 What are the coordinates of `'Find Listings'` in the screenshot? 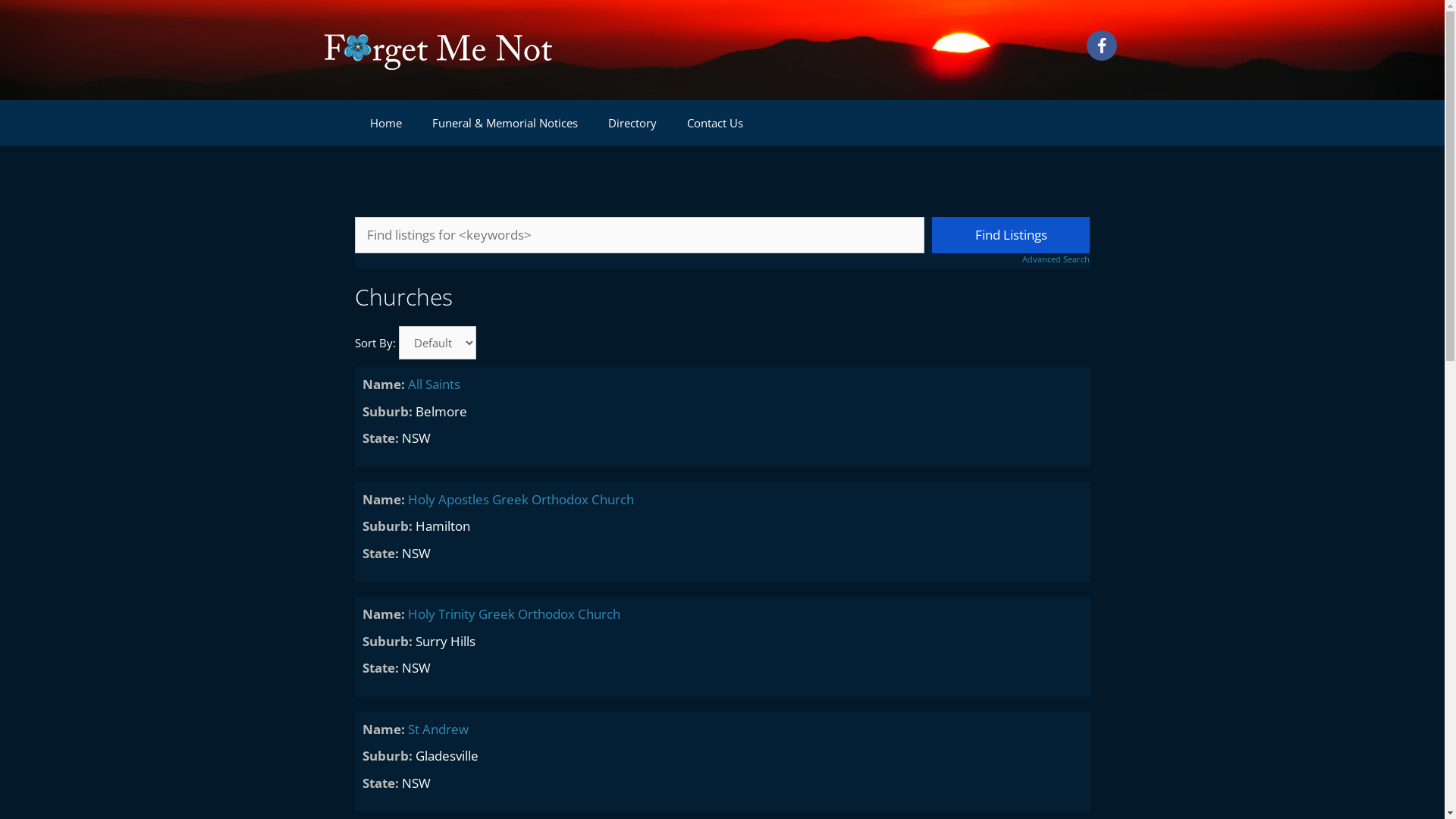 It's located at (1011, 234).